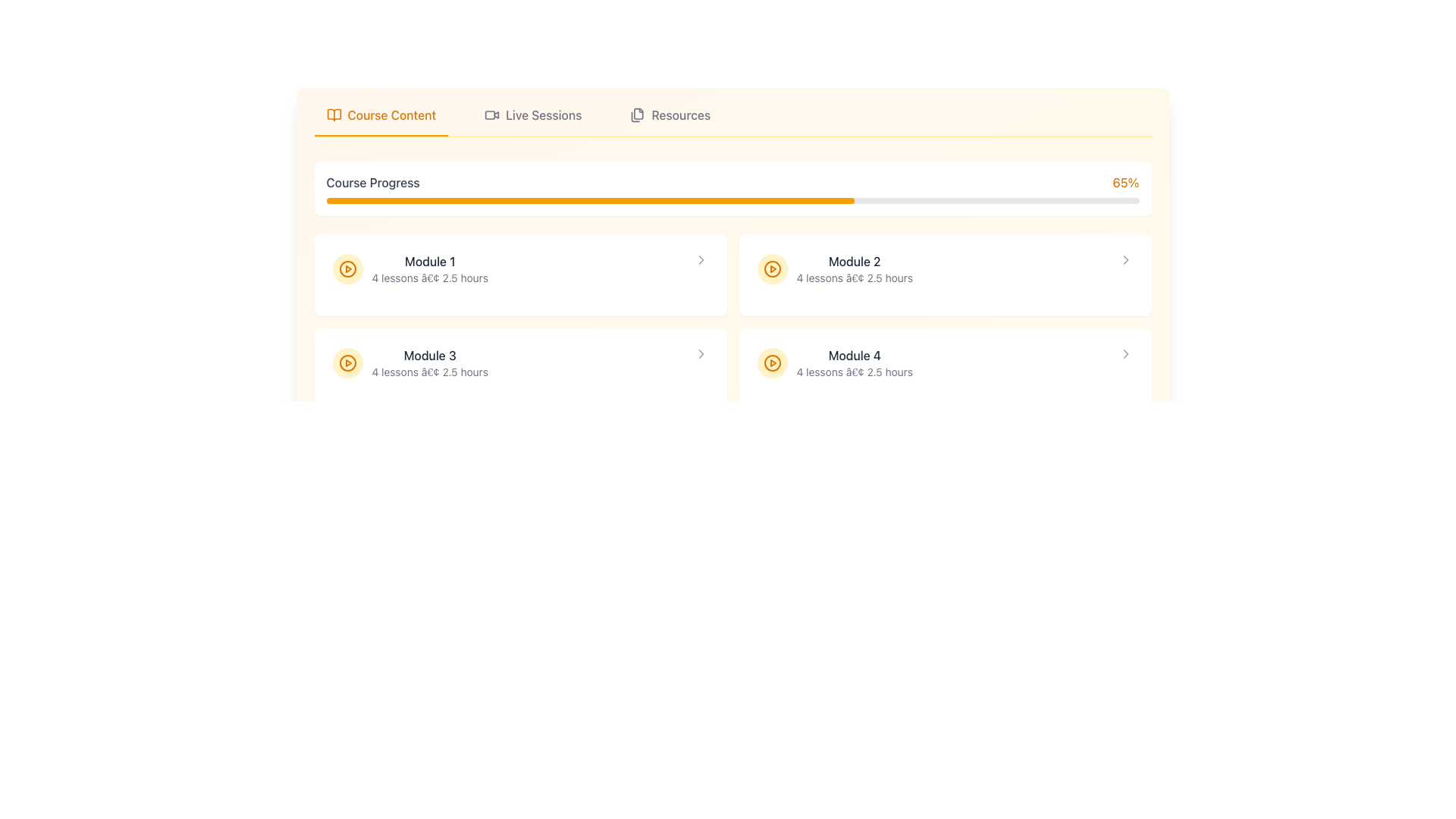 This screenshot has height=819, width=1456. Describe the element at coordinates (520, 275) in the screenshot. I see `the course module card component located at the top-left corner of the grid to trigger the highlight effect` at that location.